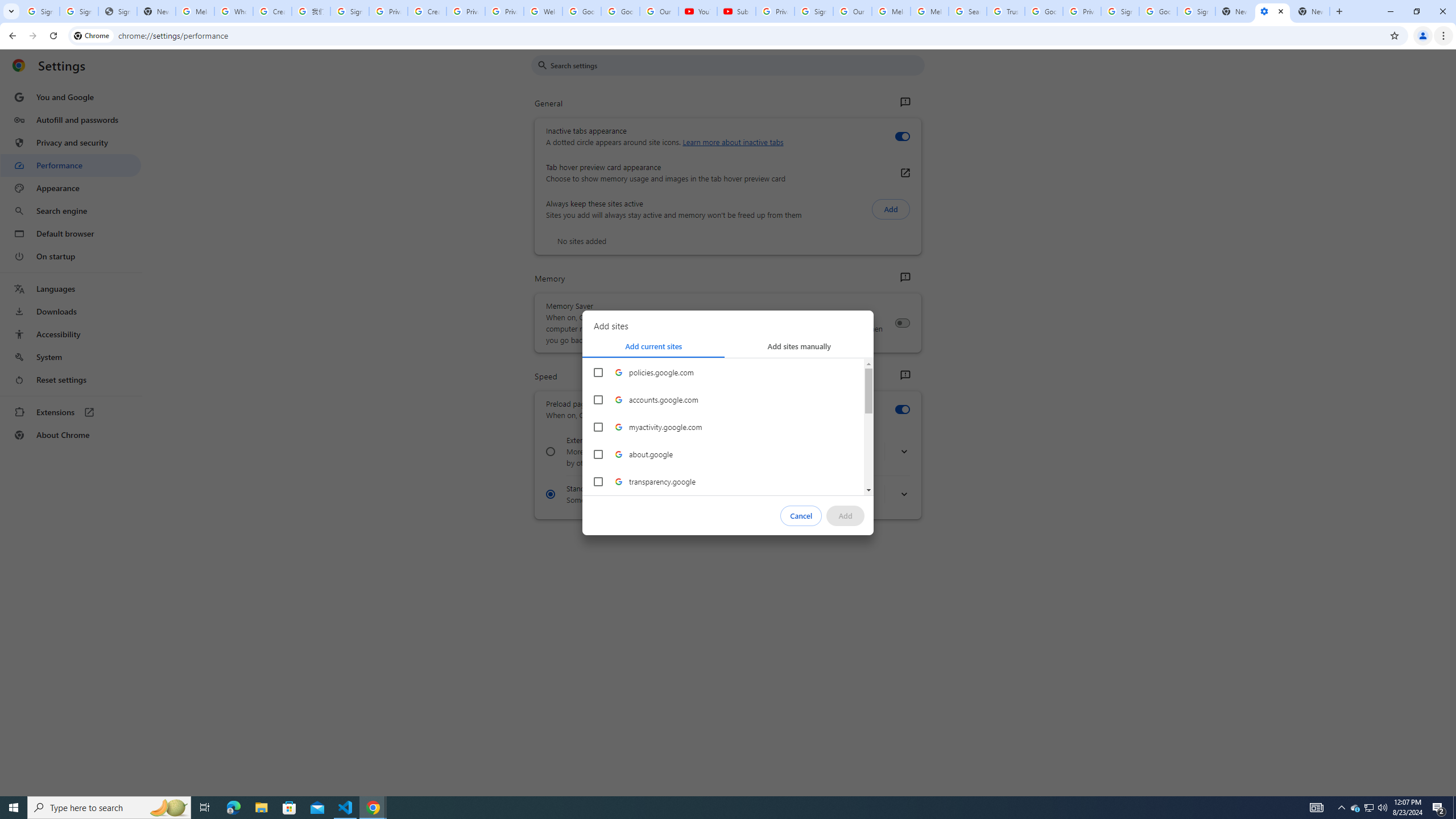  I want to click on 'policies.google.com', so click(598, 372).